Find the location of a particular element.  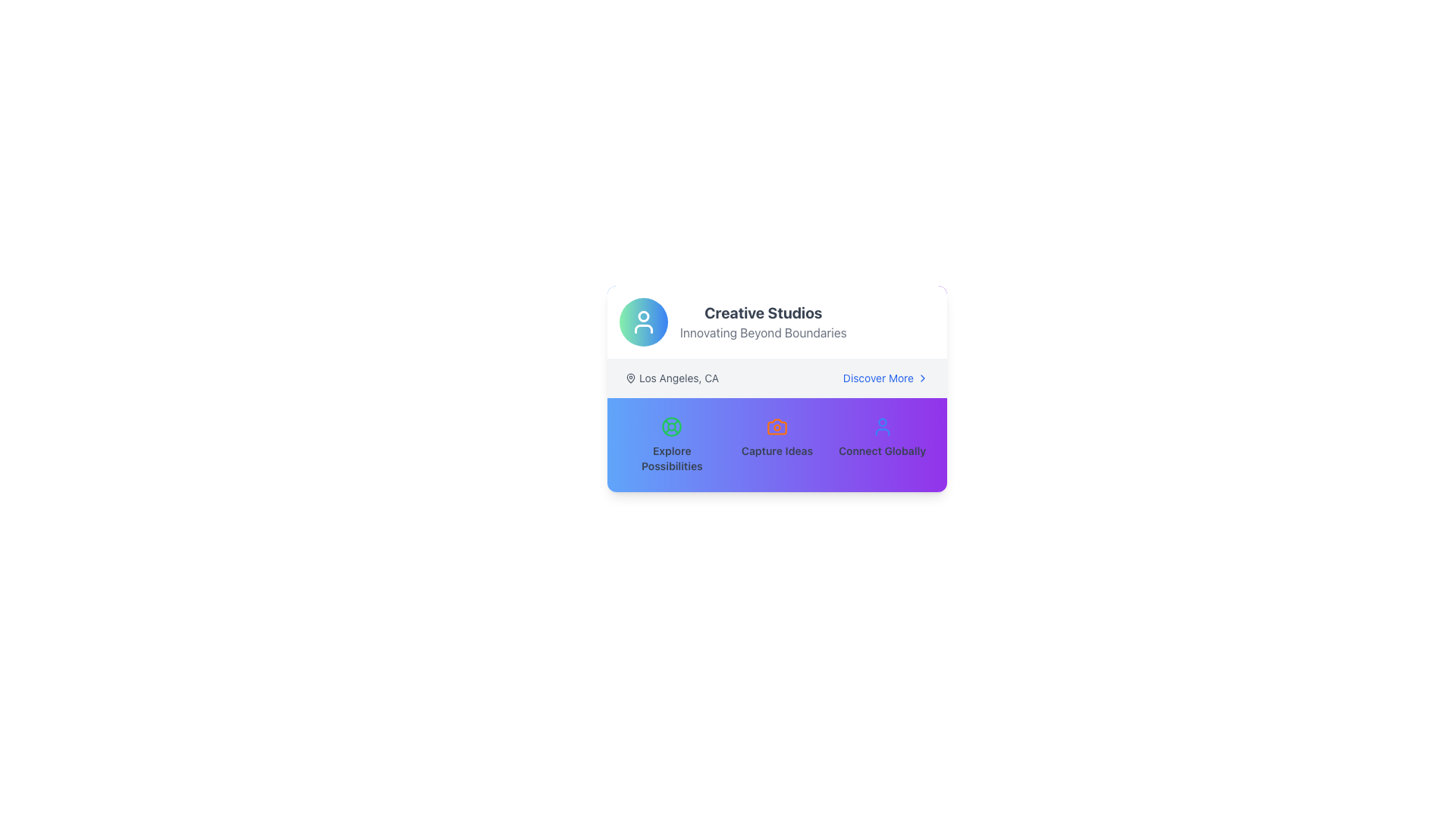

the static text label that indicates the current geographical location, positioned to the right of the map pin icon and centrally aligned within the card component is located at coordinates (678, 377).